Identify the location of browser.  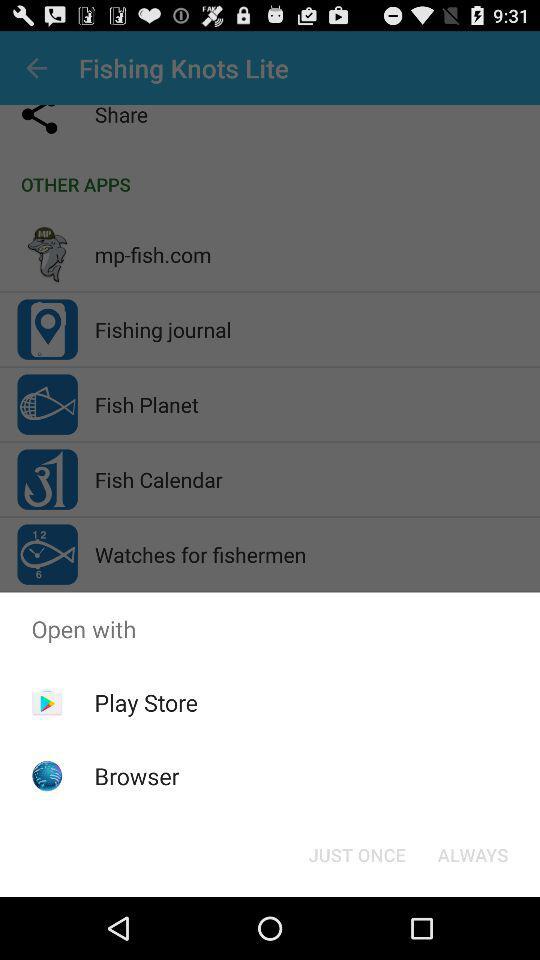
(136, 775).